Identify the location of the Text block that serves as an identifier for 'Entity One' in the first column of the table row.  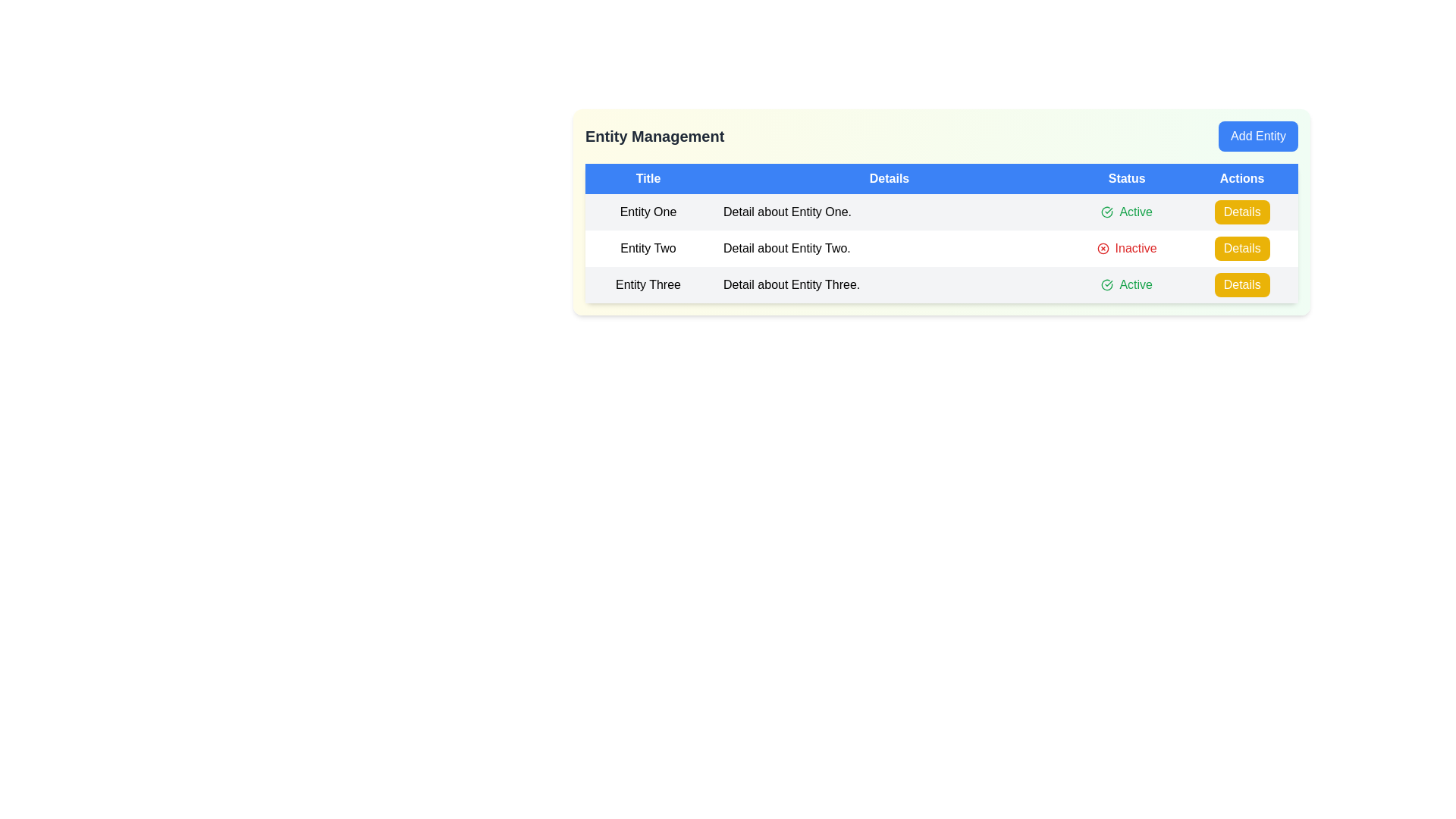
(648, 212).